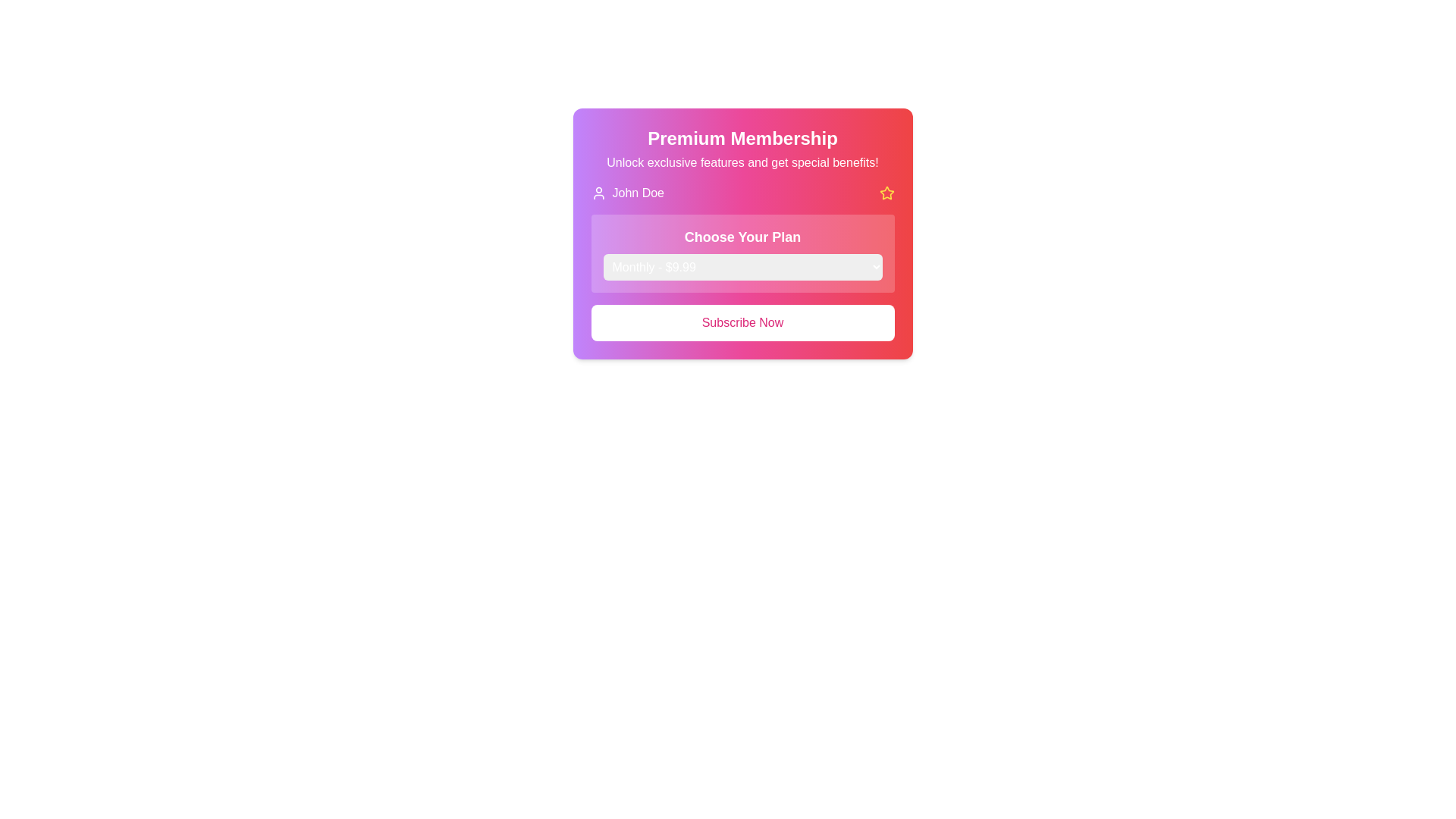 The height and width of the screenshot is (819, 1456). What do you see at coordinates (742, 237) in the screenshot?
I see `the text label displaying 'Choose Your Plan', which is bold and large, located in a rectangular module with a gradient background` at bounding box center [742, 237].